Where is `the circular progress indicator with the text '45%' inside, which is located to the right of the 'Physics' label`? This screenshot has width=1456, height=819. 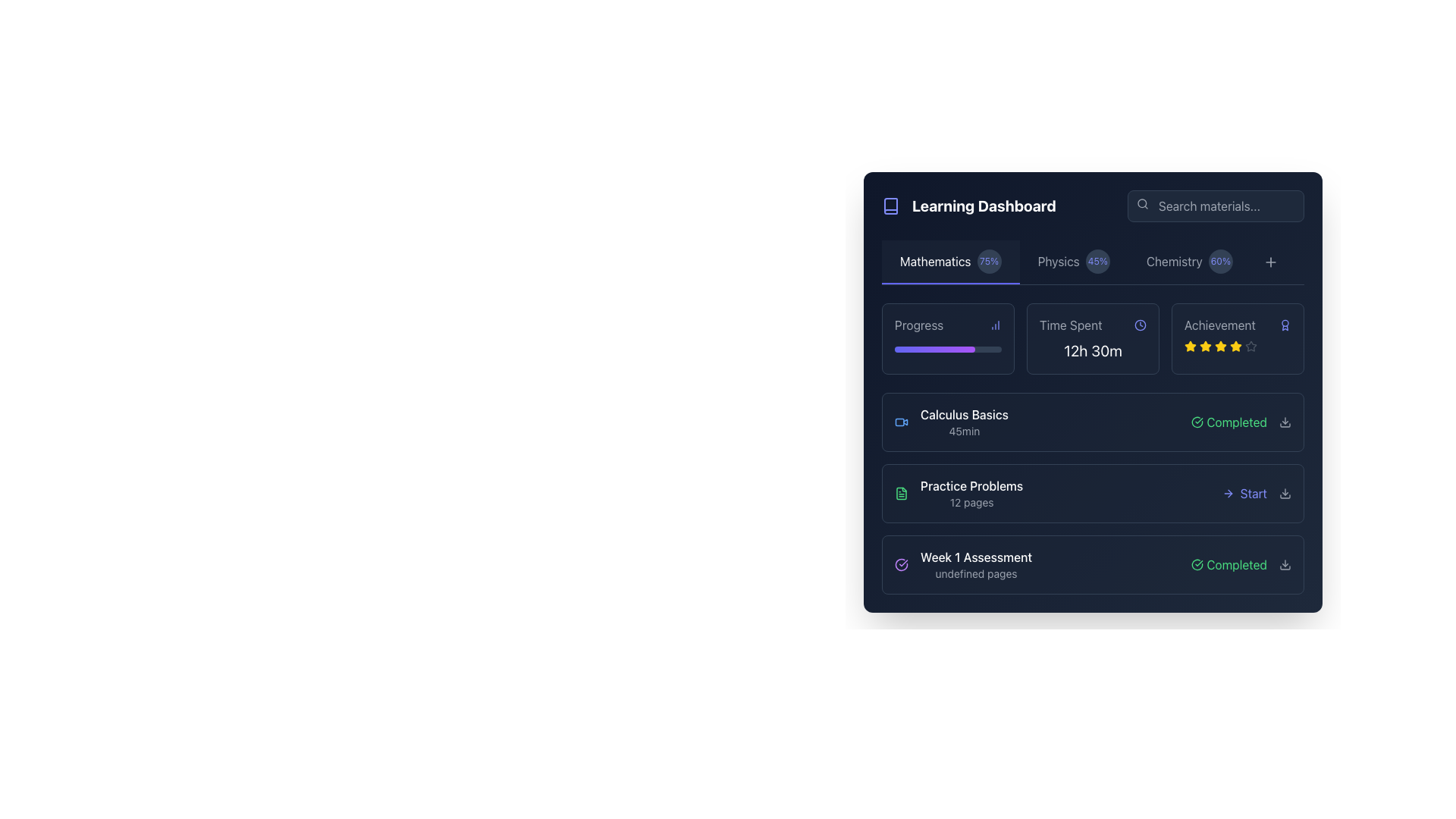
the circular progress indicator with the text '45%' inside, which is located to the right of the 'Physics' label is located at coordinates (1097, 260).